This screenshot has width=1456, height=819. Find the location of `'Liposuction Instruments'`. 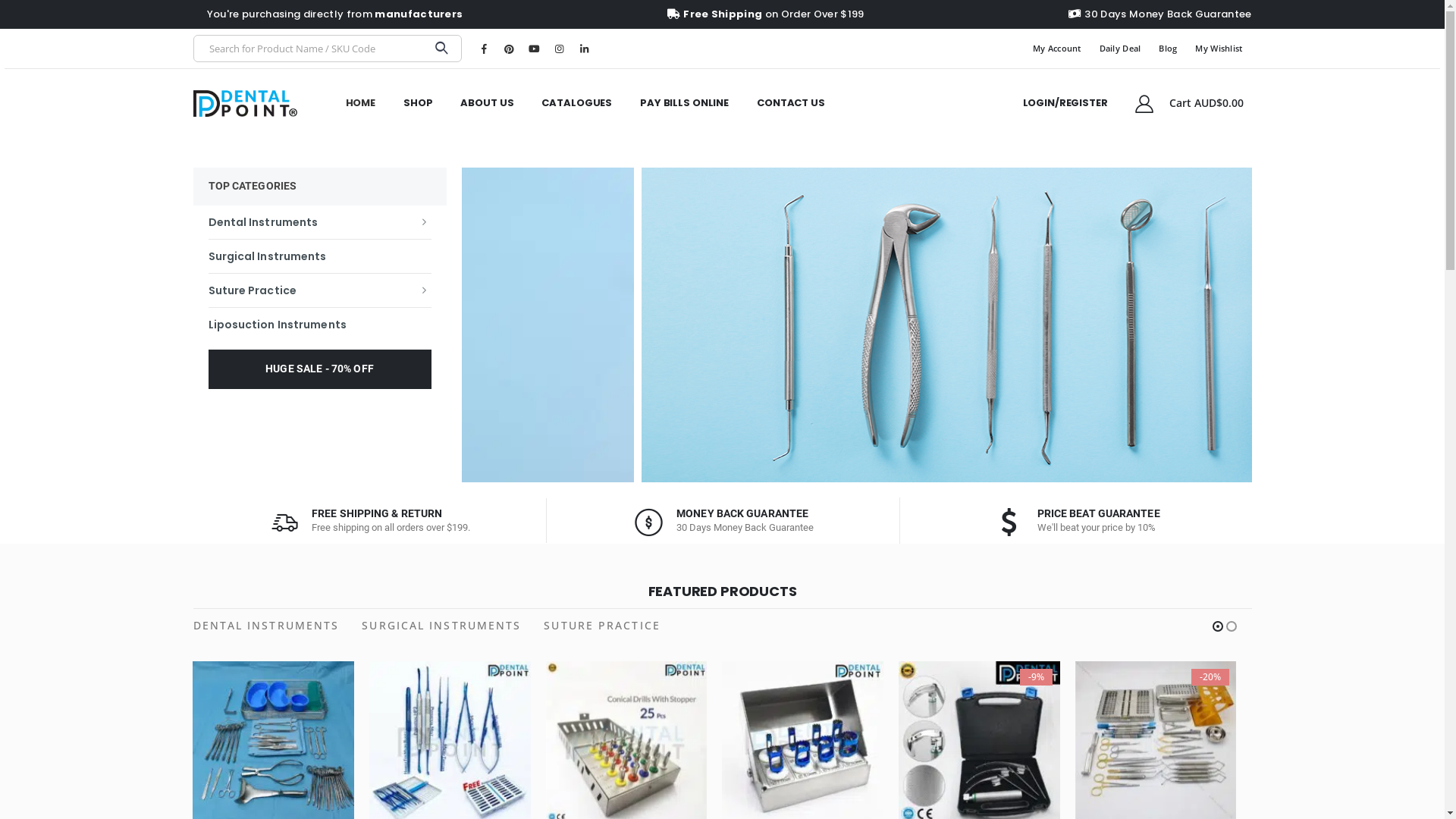

'Liposuction Instruments' is located at coordinates (318, 323).